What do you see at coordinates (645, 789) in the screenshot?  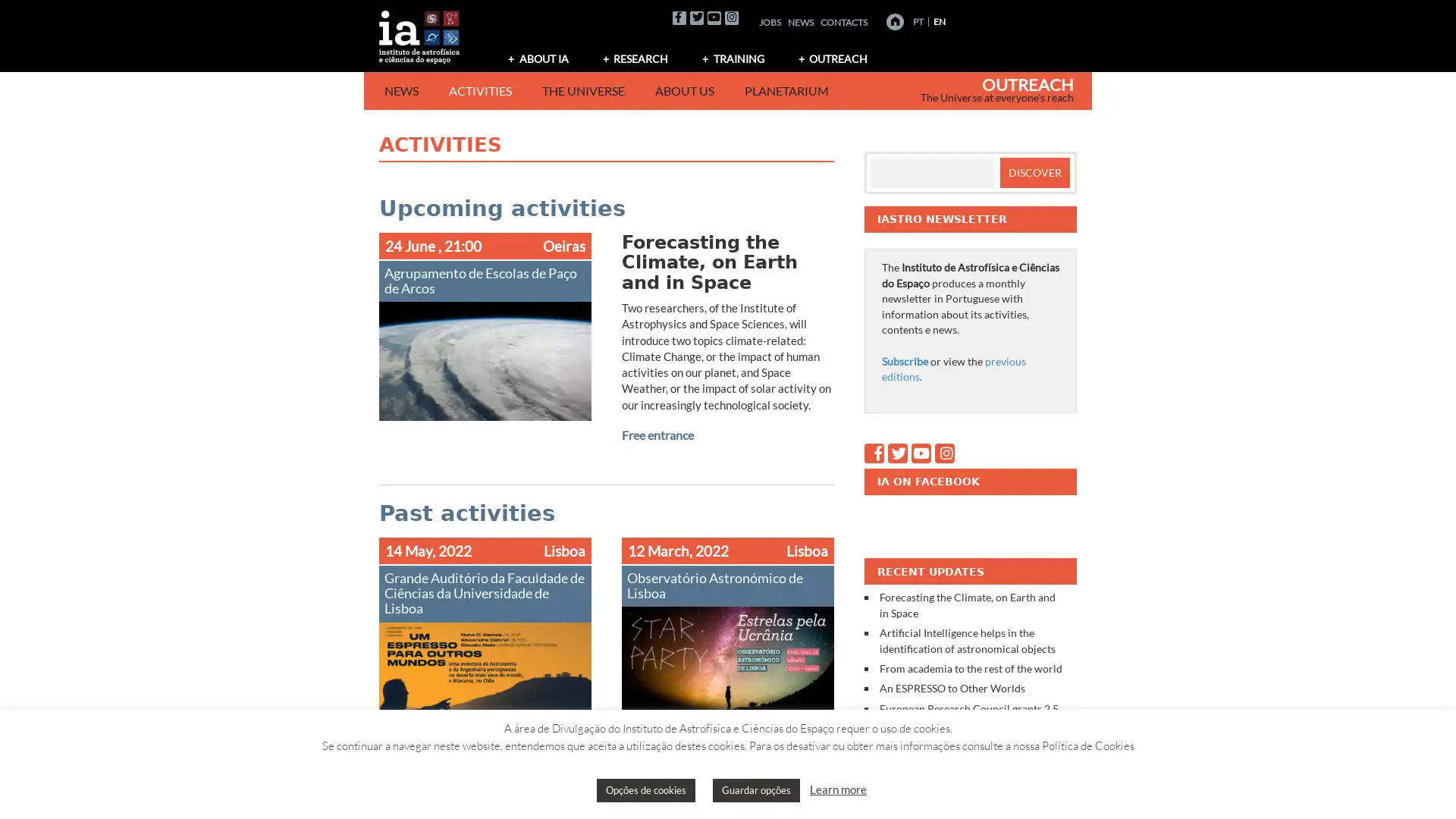 I see `Opcoes de cookies` at bounding box center [645, 789].